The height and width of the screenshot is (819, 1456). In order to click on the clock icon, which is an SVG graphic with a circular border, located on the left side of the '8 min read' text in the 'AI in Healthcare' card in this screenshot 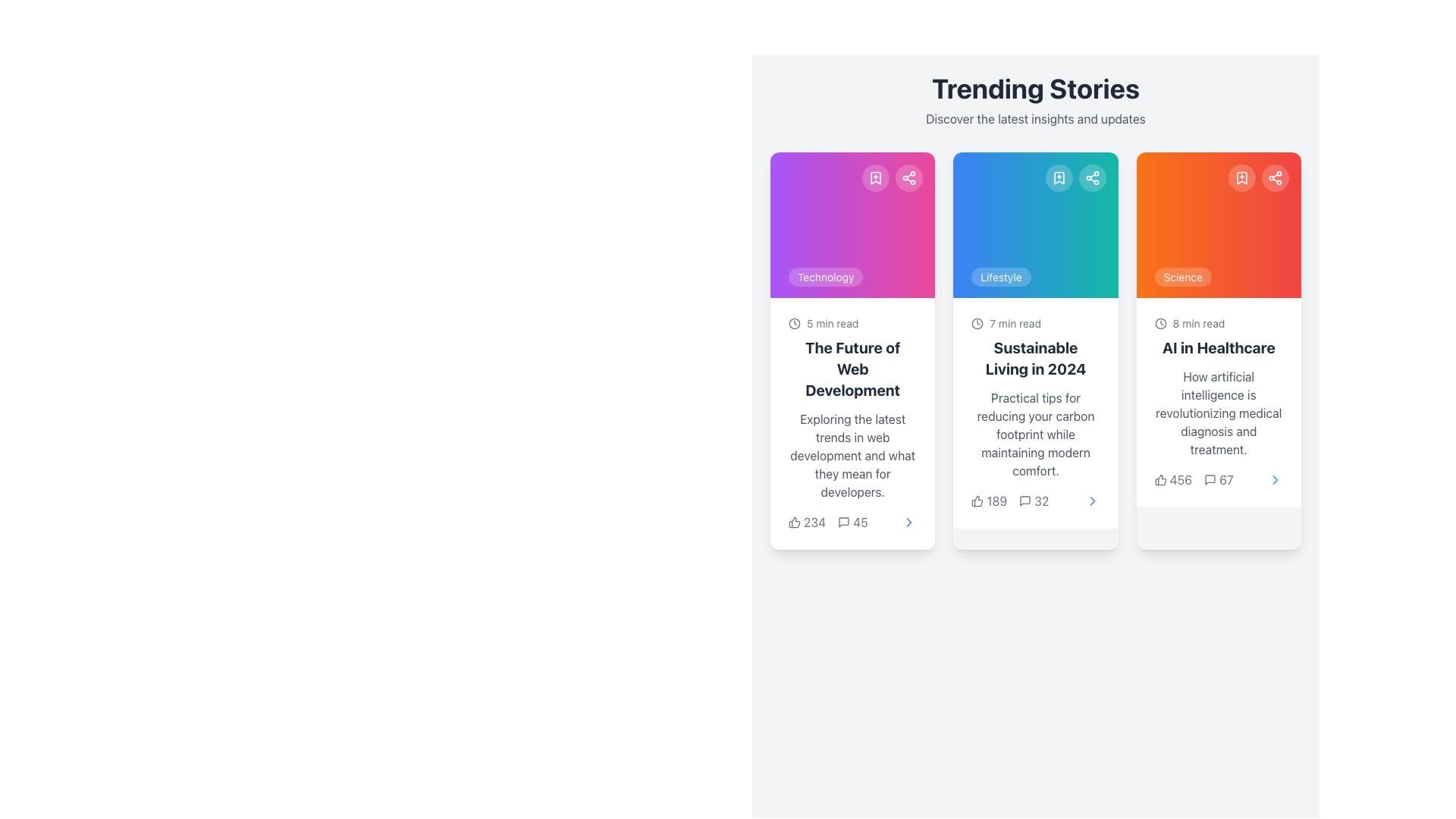, I will do `click(1159, 323)`.